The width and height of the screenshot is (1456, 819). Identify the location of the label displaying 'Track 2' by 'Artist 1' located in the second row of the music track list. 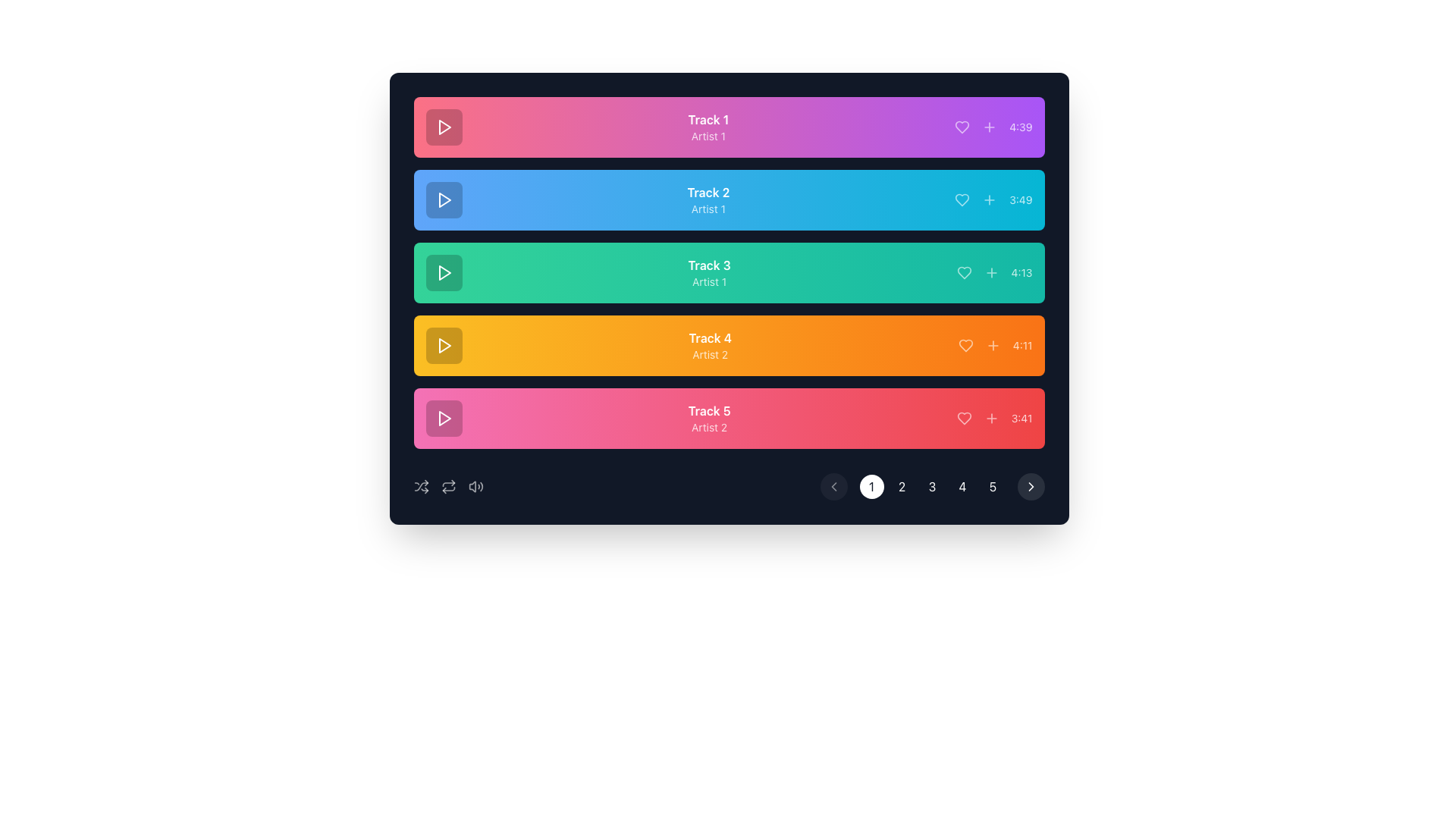
(708, 199).